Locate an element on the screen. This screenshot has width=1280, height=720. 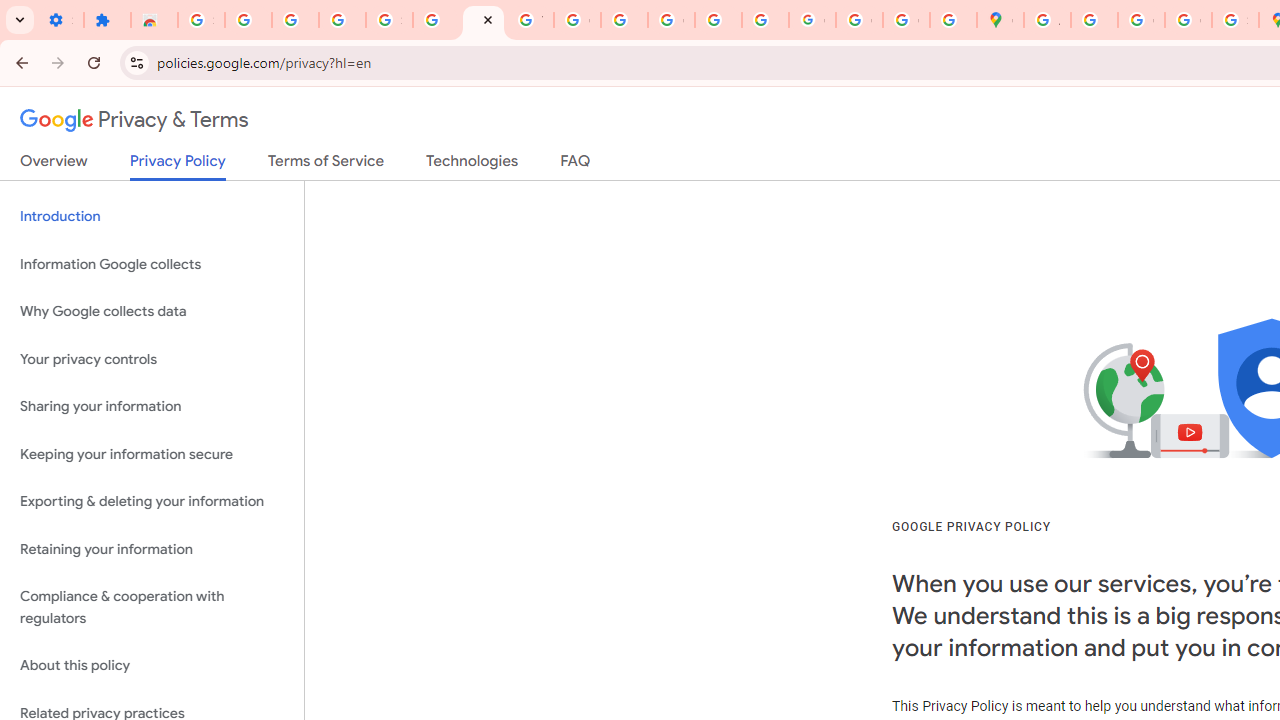
'Sharing your information' is located at coordinates (151, 406).